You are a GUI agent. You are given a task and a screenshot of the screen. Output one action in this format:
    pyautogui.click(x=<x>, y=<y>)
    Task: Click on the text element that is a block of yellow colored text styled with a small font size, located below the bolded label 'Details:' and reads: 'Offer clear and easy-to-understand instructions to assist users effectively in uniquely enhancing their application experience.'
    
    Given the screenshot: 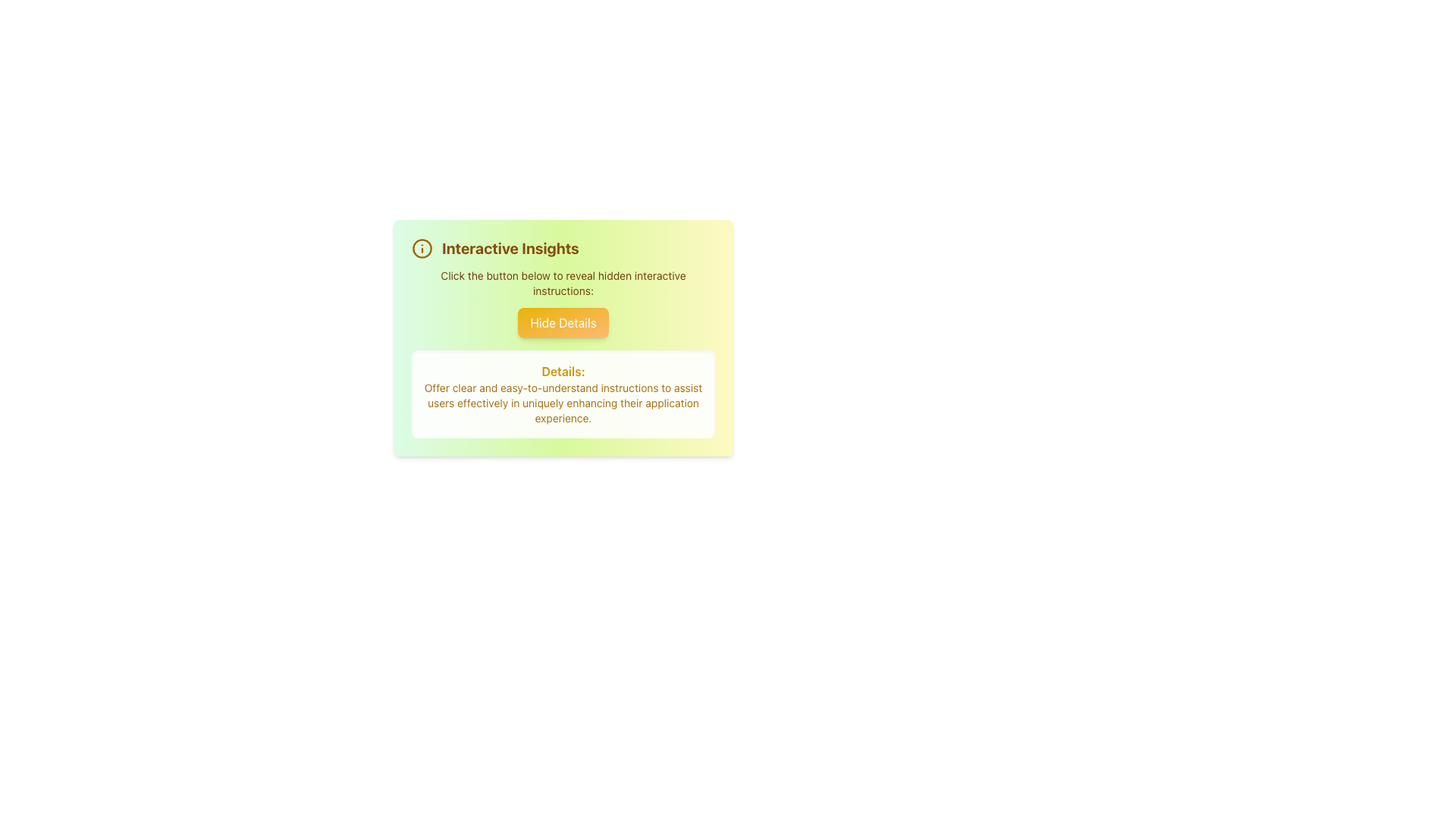 What is the action you would take?
    pyautogui.click(x=563, y=403)
    